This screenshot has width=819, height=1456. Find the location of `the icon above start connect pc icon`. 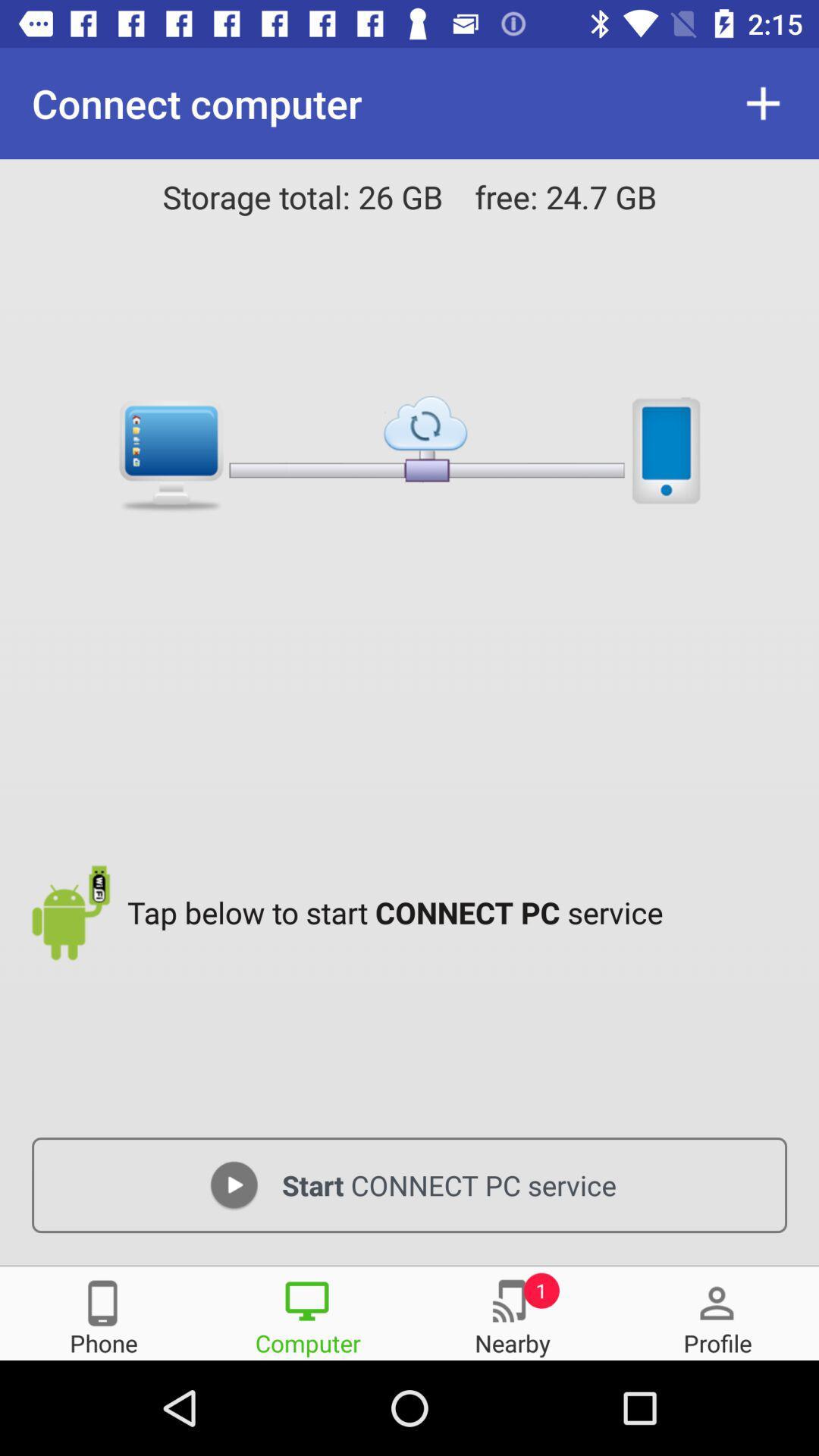

the icon above start connect pc icon is located at coordinates (460, 912).